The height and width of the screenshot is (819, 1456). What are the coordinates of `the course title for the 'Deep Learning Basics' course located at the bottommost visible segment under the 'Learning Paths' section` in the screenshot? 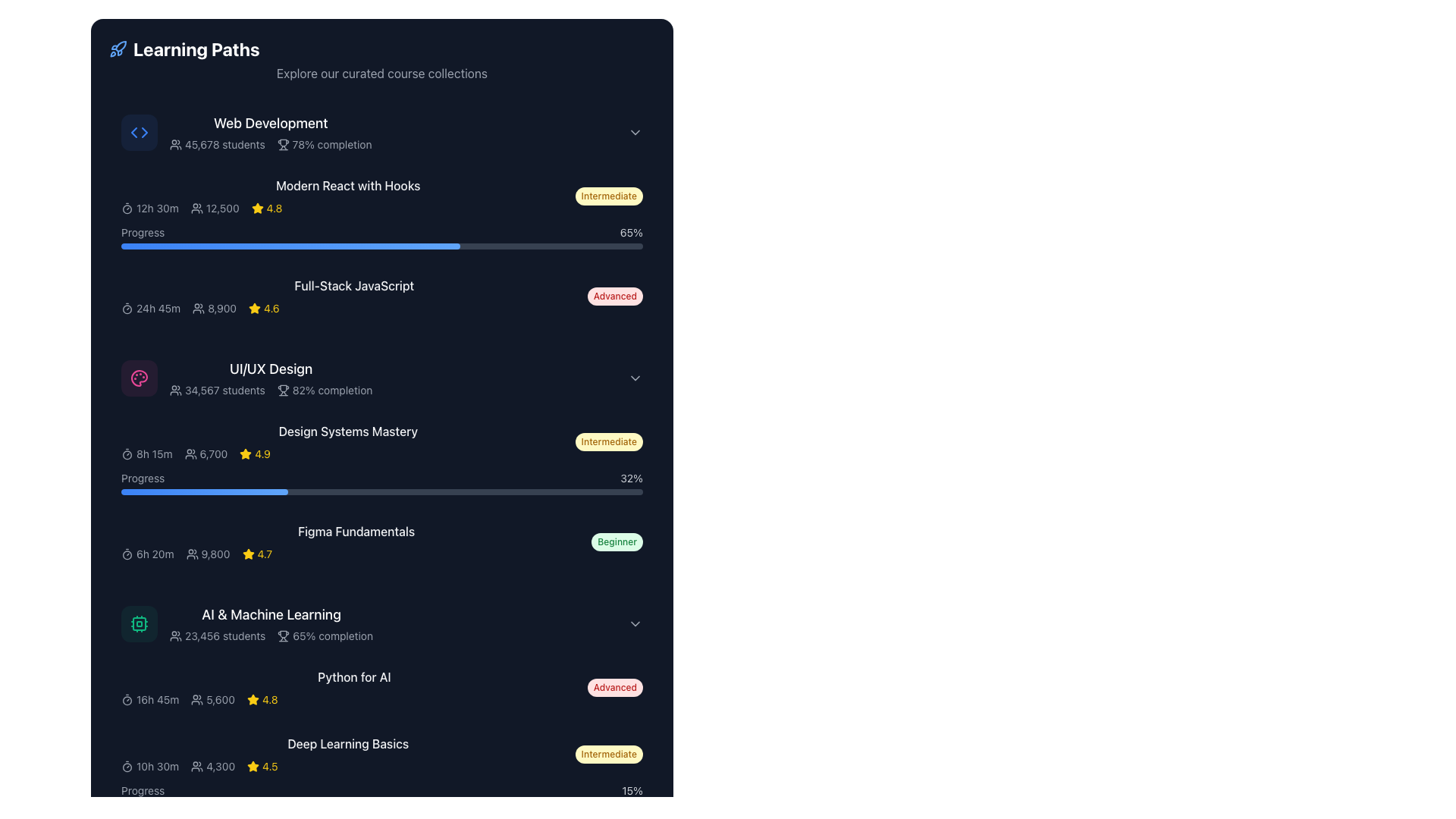 It's located at (382, 755).